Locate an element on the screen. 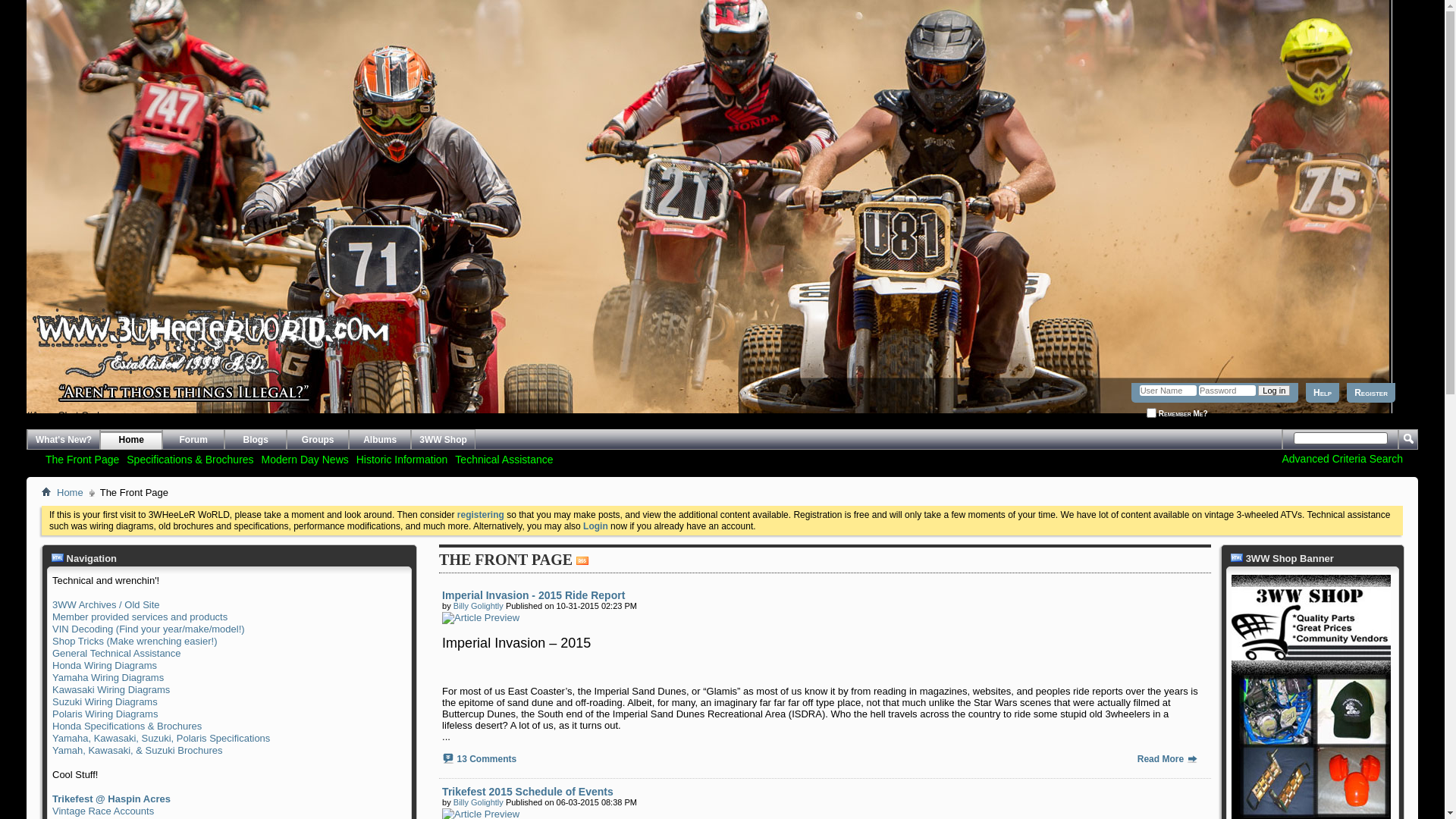  'Log in' is located at coordinates (1274, 390).